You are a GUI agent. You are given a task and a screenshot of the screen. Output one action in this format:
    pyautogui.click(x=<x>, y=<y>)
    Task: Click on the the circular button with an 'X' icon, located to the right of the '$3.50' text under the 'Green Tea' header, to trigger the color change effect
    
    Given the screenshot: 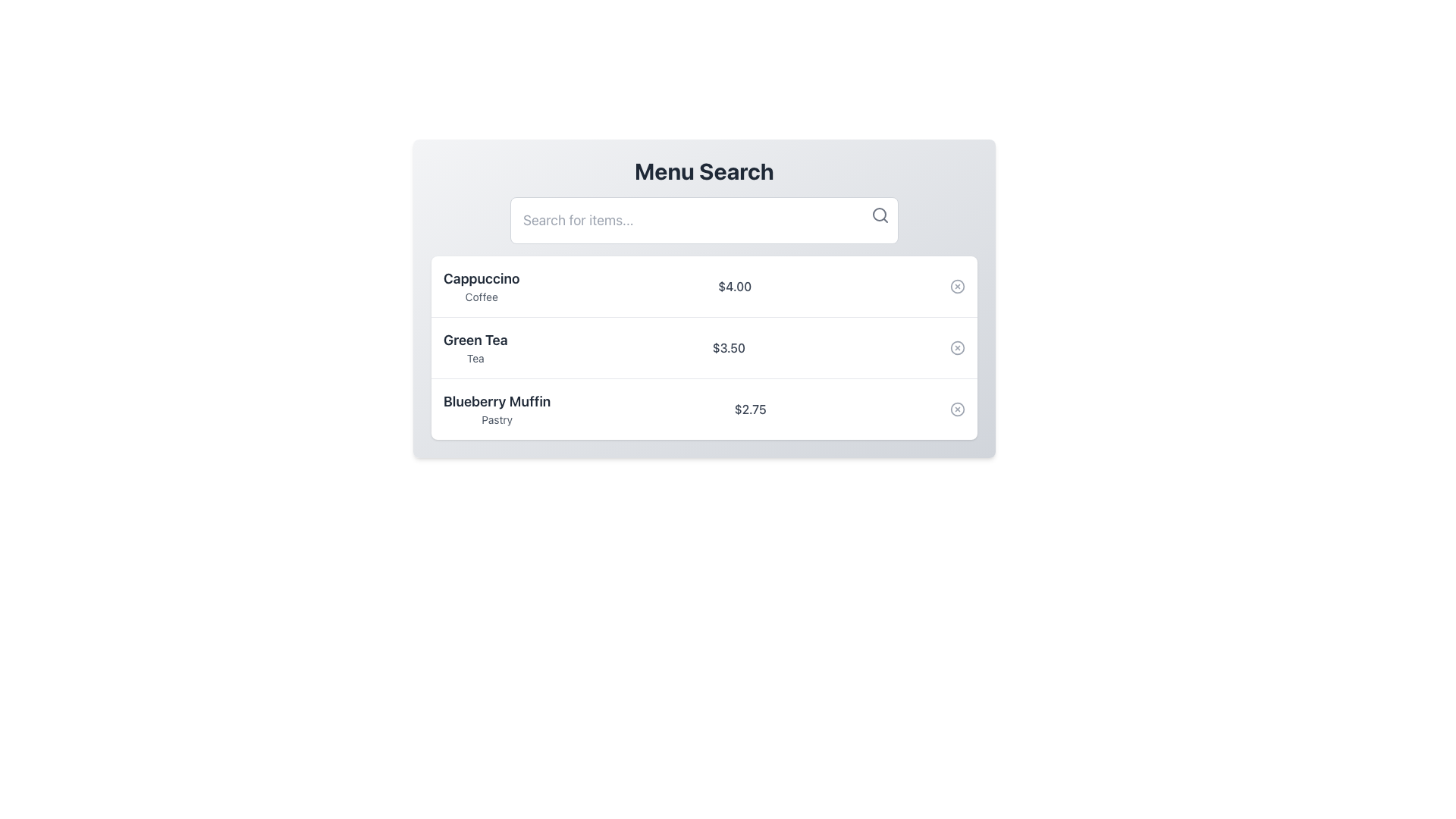 What is the action you would take?
    pyautogui.click(x=956, y=348)
    